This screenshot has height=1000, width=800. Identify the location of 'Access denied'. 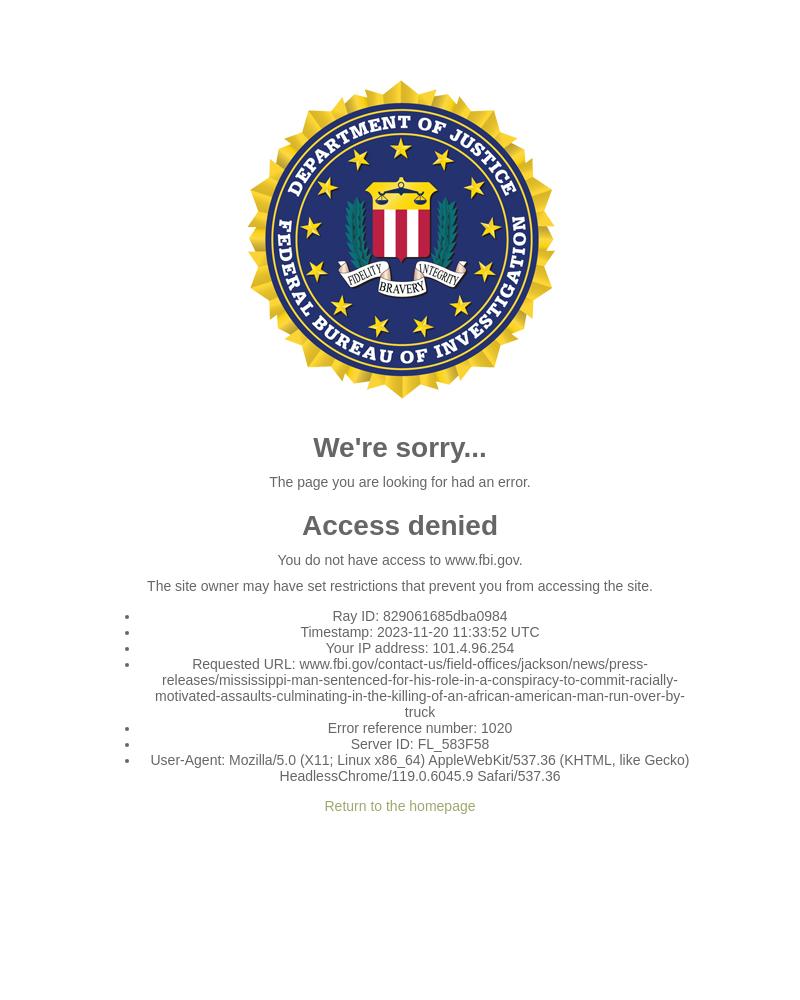
(398, 525).